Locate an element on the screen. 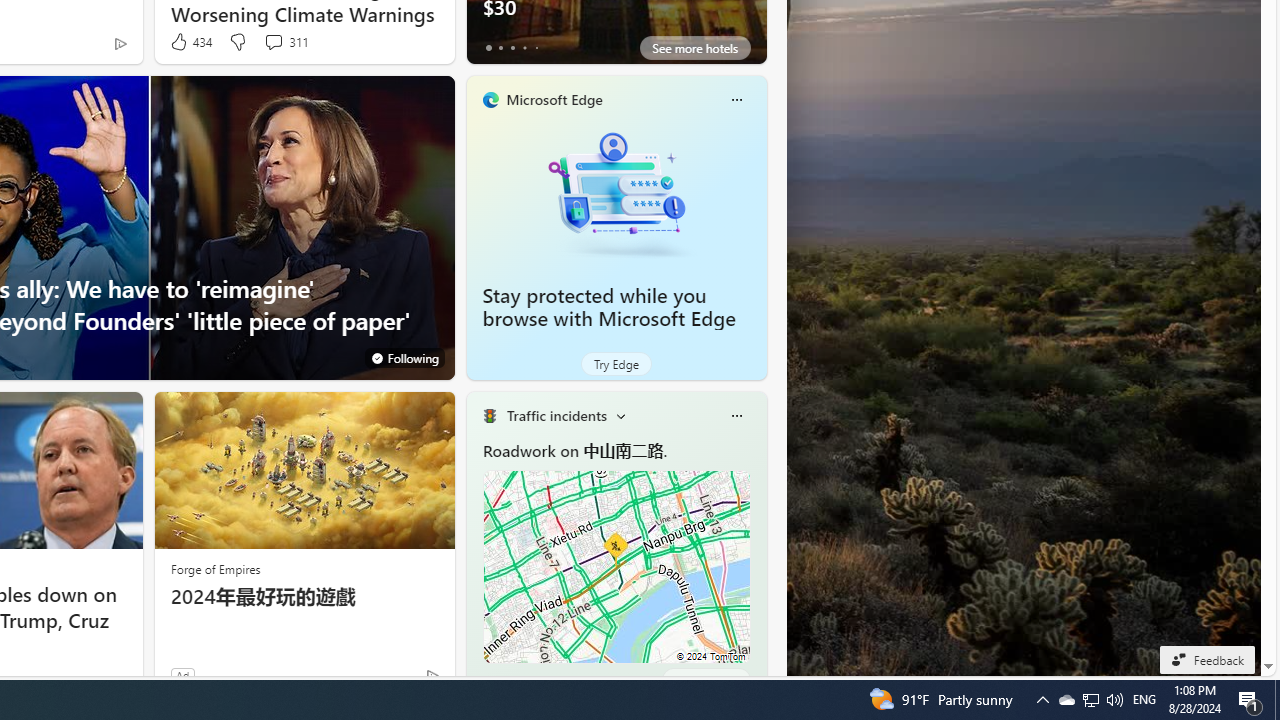 The height and width of the screenshot is (720, 1280). '434 Like' is located at coordinates (190, 42).